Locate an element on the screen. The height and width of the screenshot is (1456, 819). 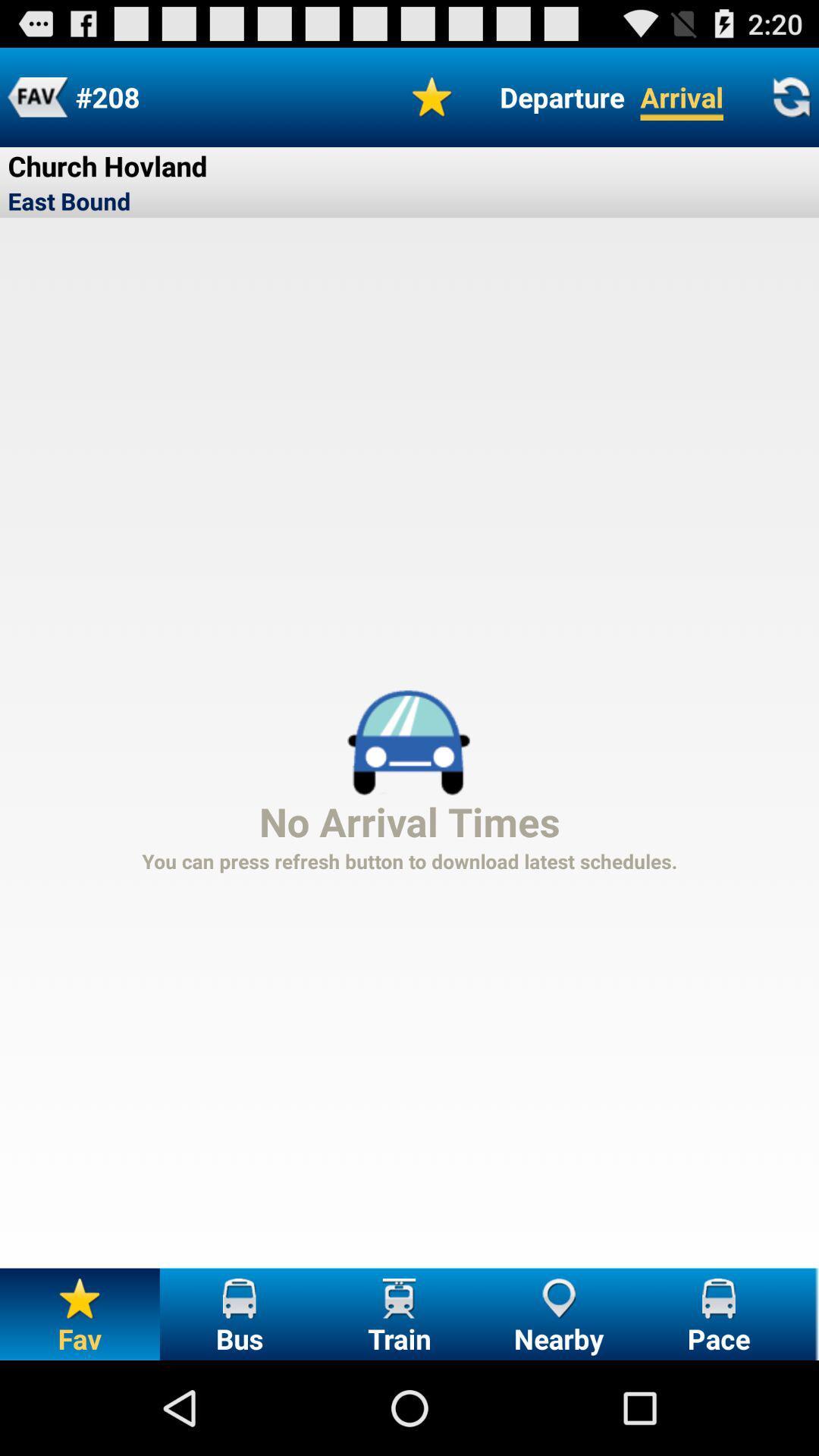
the icon present above the train is located at coordinates (398, 1298).